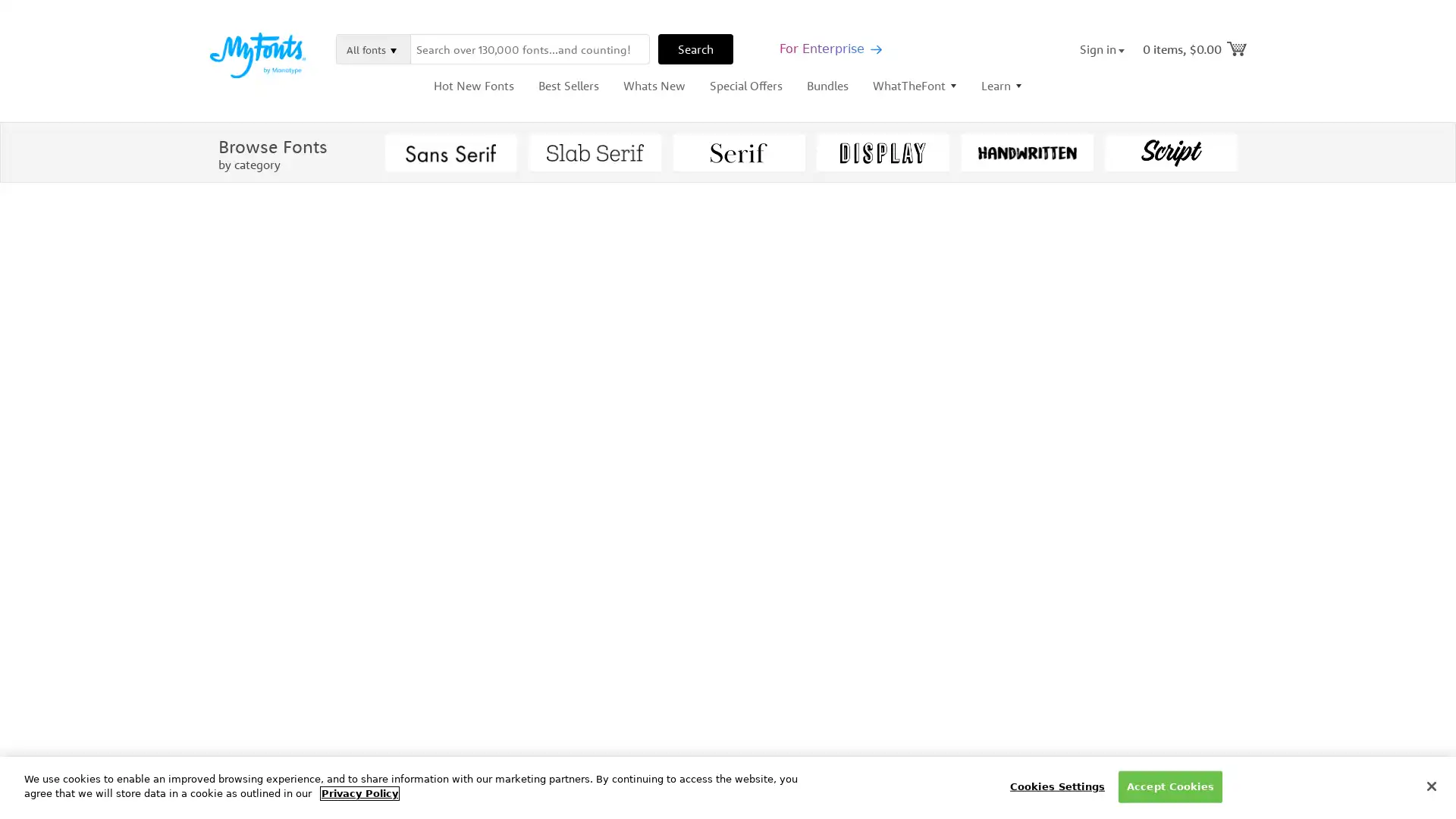  Describe the element at coordinates (1169, 786) in the screenshot. I see `Accept Cookies` at that location.